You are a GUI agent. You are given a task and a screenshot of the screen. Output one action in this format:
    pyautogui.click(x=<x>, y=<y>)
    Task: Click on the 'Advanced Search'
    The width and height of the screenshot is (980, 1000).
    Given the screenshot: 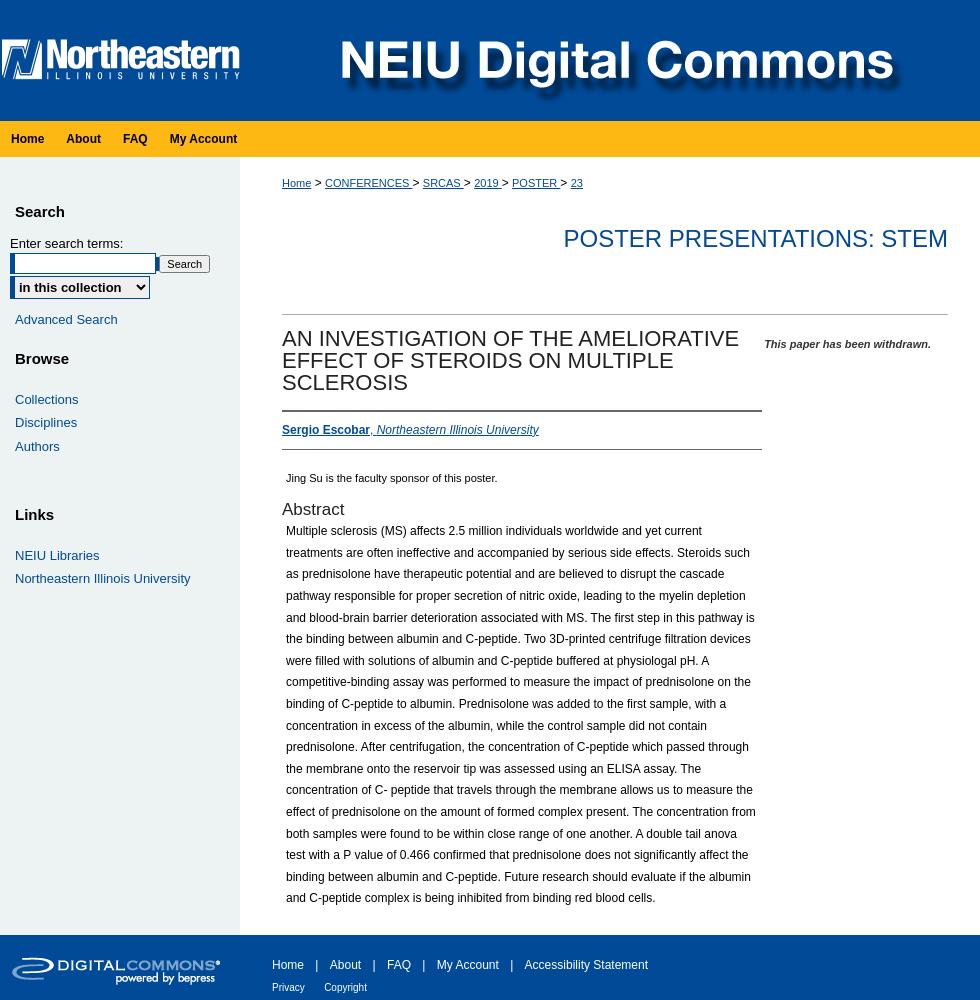 What is the action you would take?
    pyautogui.click(x=65, y=317)
    